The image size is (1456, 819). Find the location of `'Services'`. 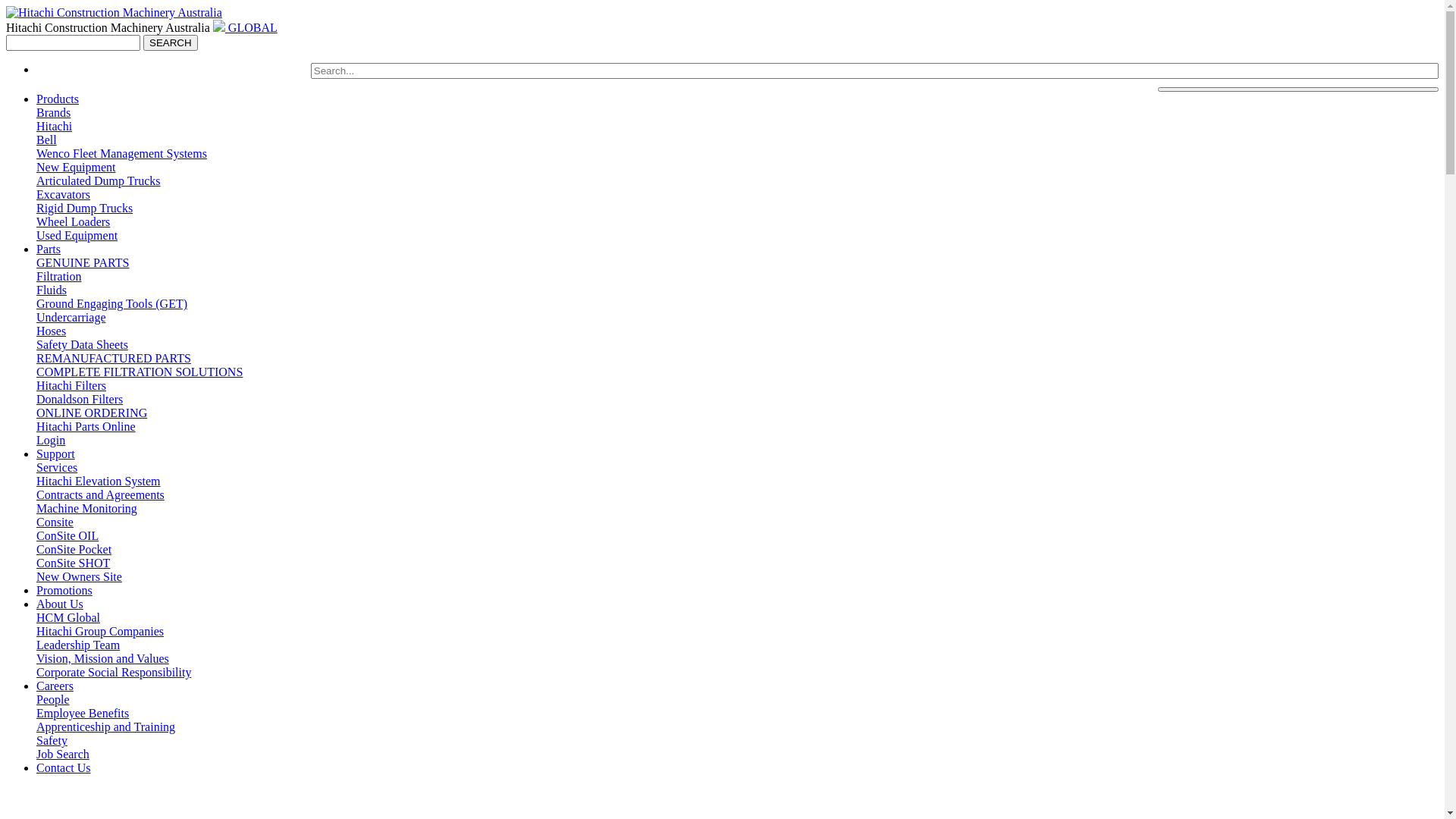

'Services' is located at coordinates (57, 466).